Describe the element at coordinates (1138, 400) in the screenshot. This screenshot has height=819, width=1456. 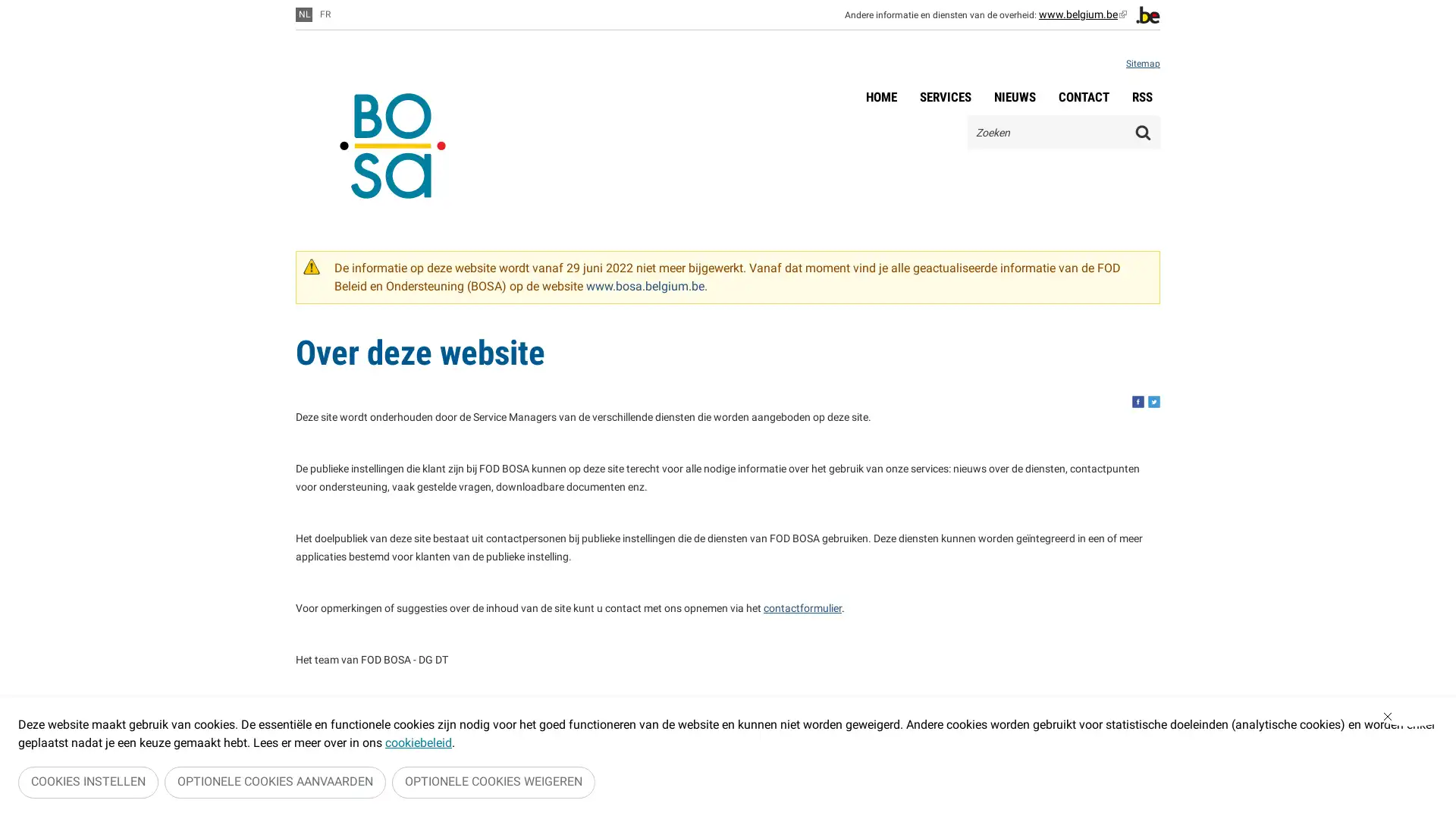
I see `Share this, facebook. This button opens a new window` at that location.